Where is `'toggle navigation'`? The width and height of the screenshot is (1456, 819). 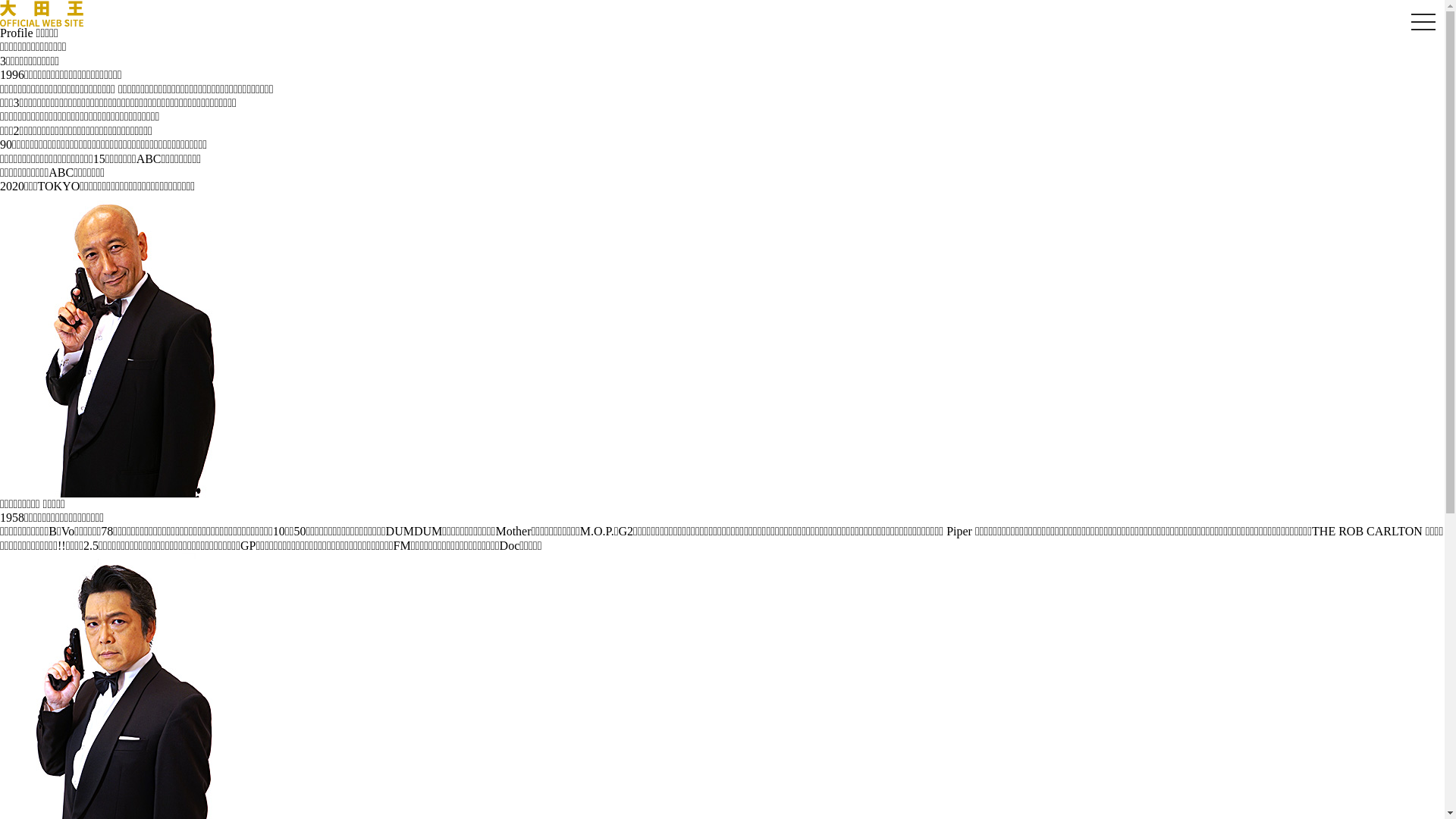
'toggle navigation' is located at coordinates (1422, 23).